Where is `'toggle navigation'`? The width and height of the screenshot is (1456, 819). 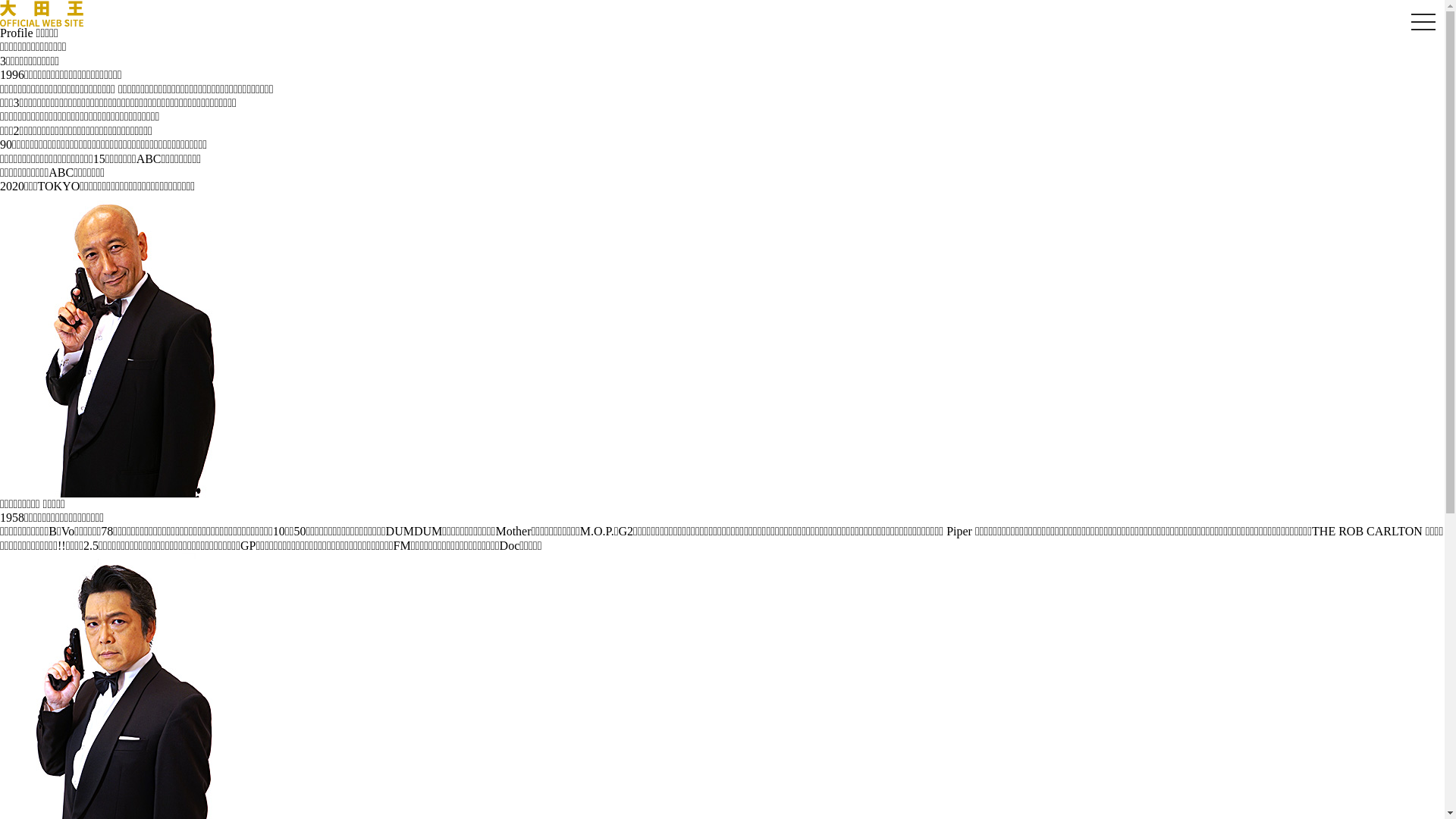
'toggle navigation' is located at coordinates (1422, 23).